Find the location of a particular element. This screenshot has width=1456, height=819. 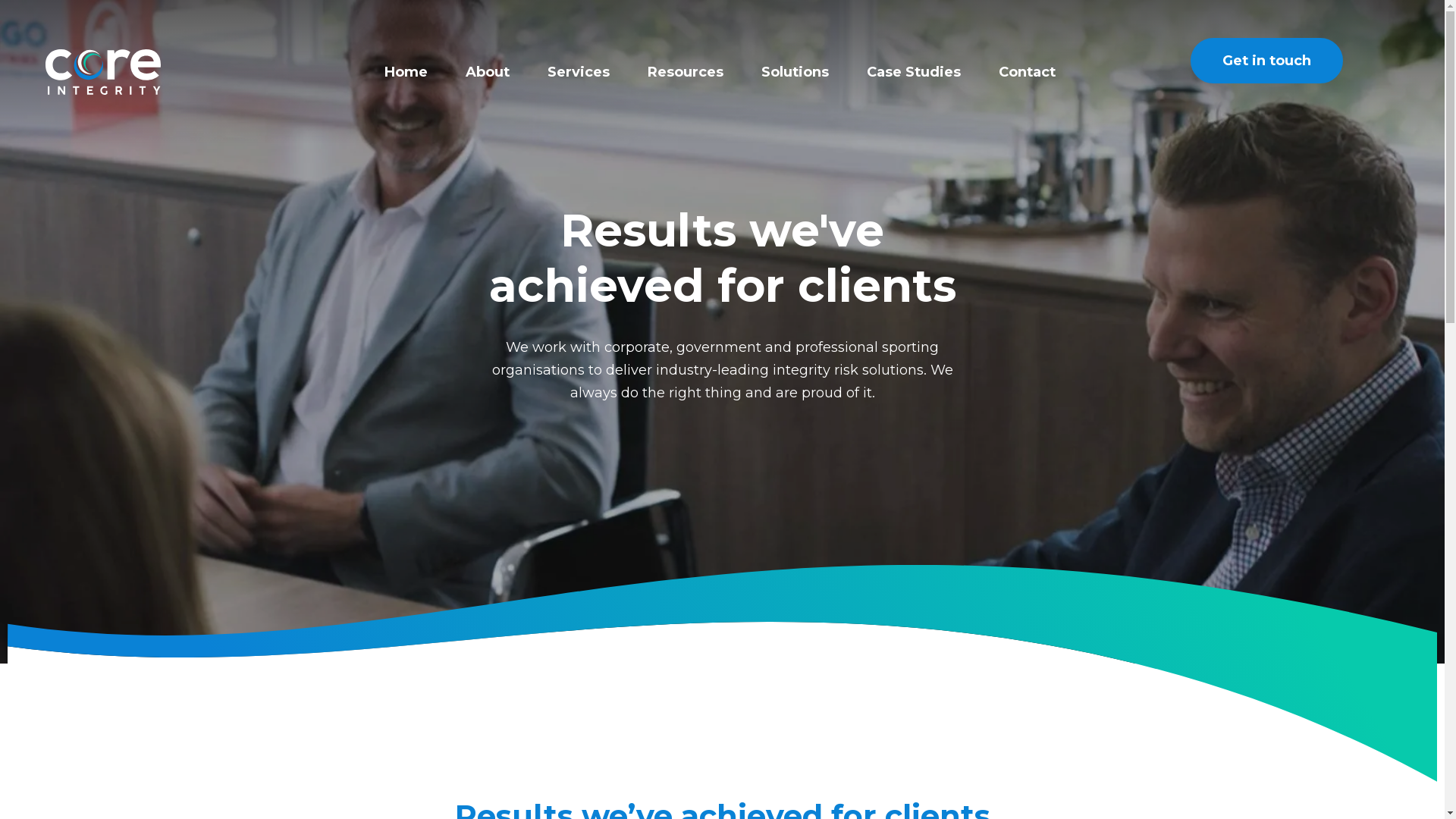

'Services' is located at coordinates (546, 72).